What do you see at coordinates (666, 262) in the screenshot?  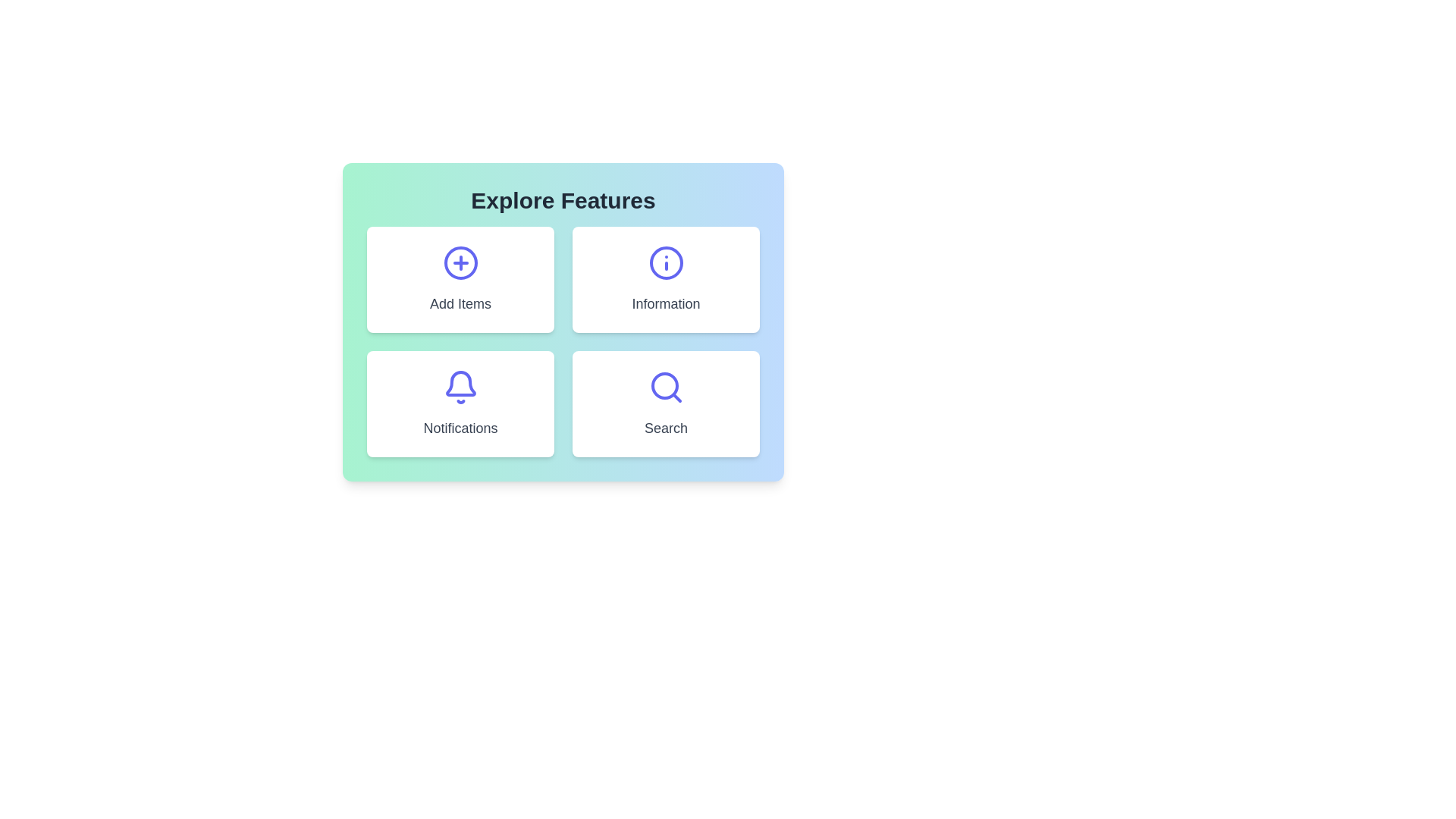 I see `the circular information icon, which is centered above the 'Information' label within a white card in the top-right quadrant of the grid beneath the 'Explore Features' heading` at bounding box center [666, 262].